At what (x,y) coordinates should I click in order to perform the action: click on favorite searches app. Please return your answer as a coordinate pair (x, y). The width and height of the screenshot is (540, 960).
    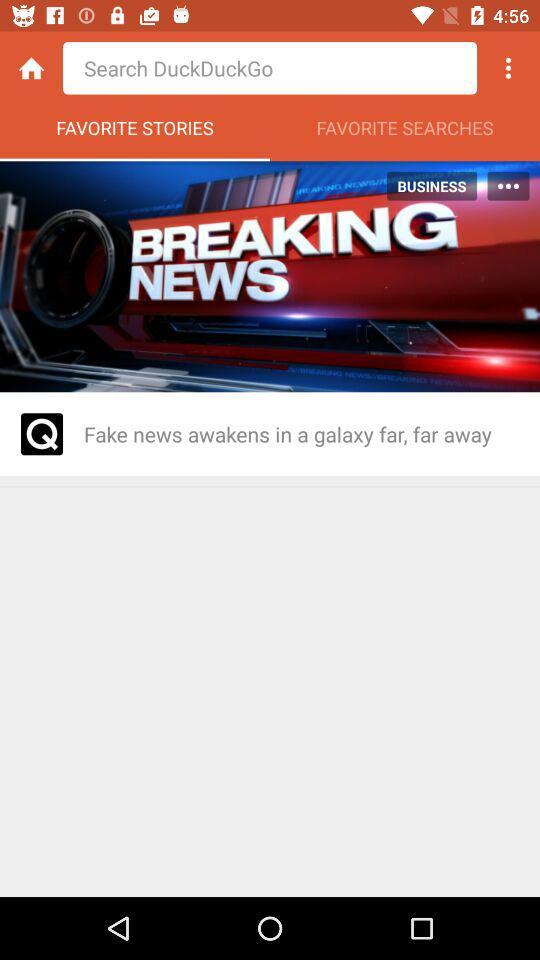
    Looking at the image, I should click on (405, 132).